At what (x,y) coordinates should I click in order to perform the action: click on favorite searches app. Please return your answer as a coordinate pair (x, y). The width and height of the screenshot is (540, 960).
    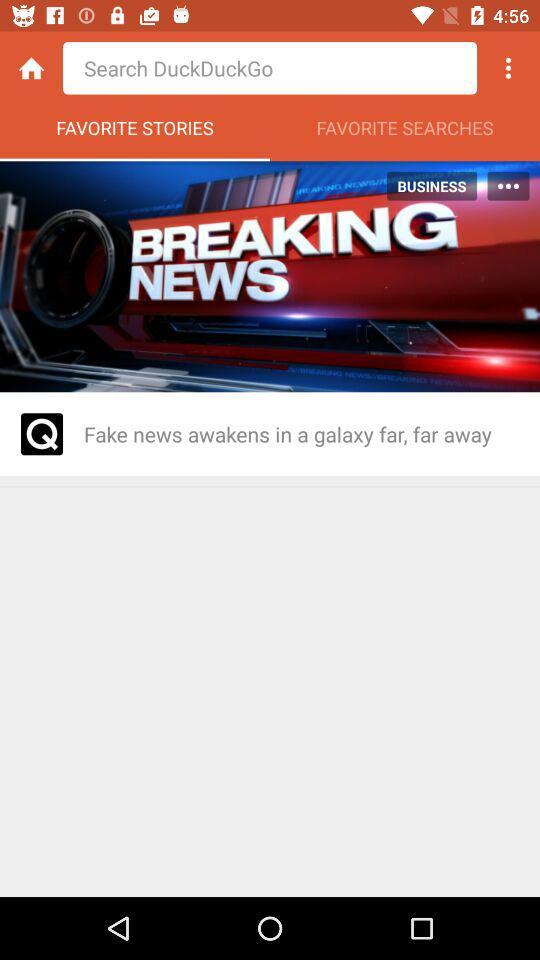
    Looking at the image, I should click on (405, 132).